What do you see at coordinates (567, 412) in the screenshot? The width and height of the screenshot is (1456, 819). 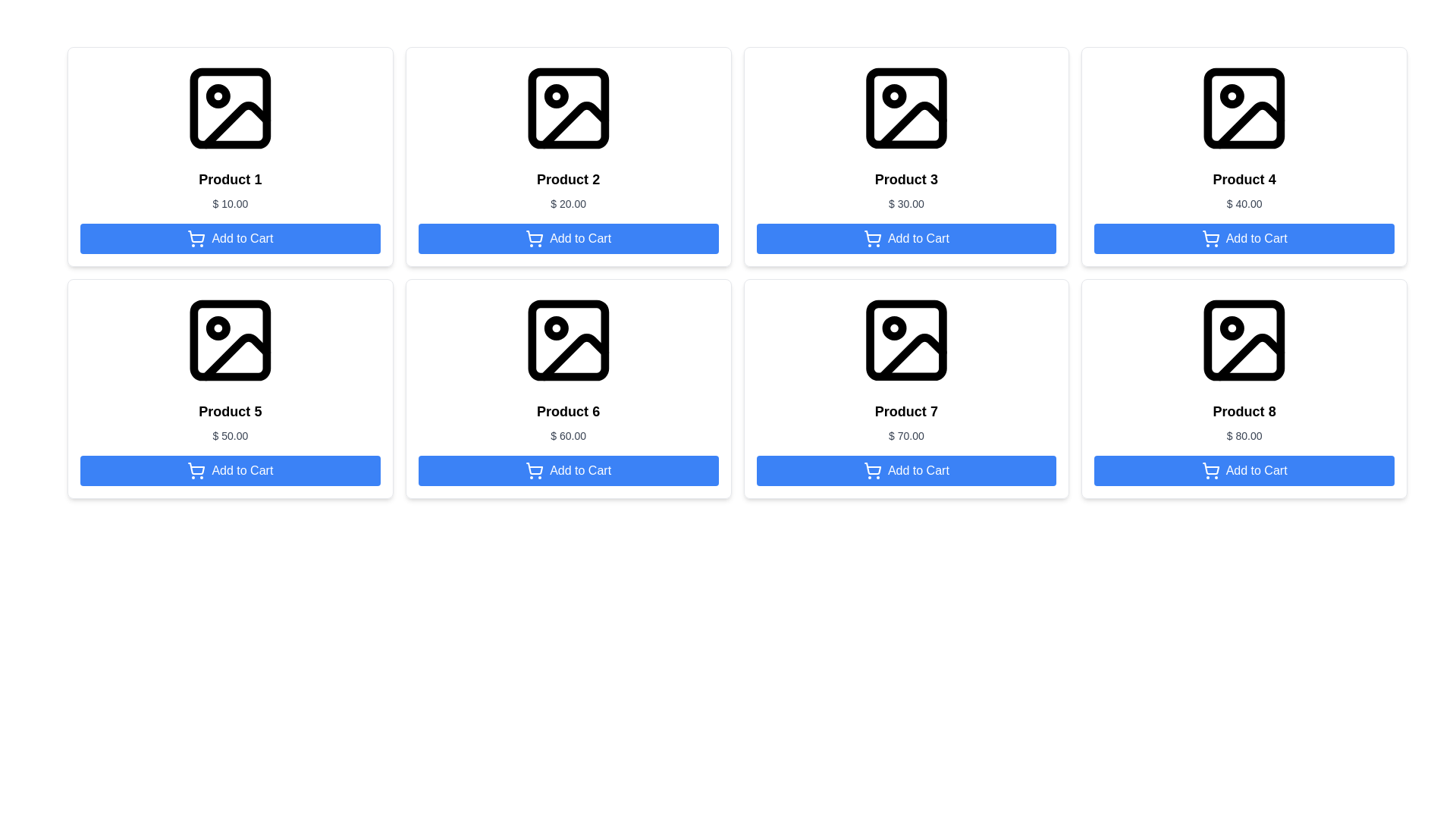 I see `the product title text located in the second row, third column of the product grid` at bounding box center [567, 412].